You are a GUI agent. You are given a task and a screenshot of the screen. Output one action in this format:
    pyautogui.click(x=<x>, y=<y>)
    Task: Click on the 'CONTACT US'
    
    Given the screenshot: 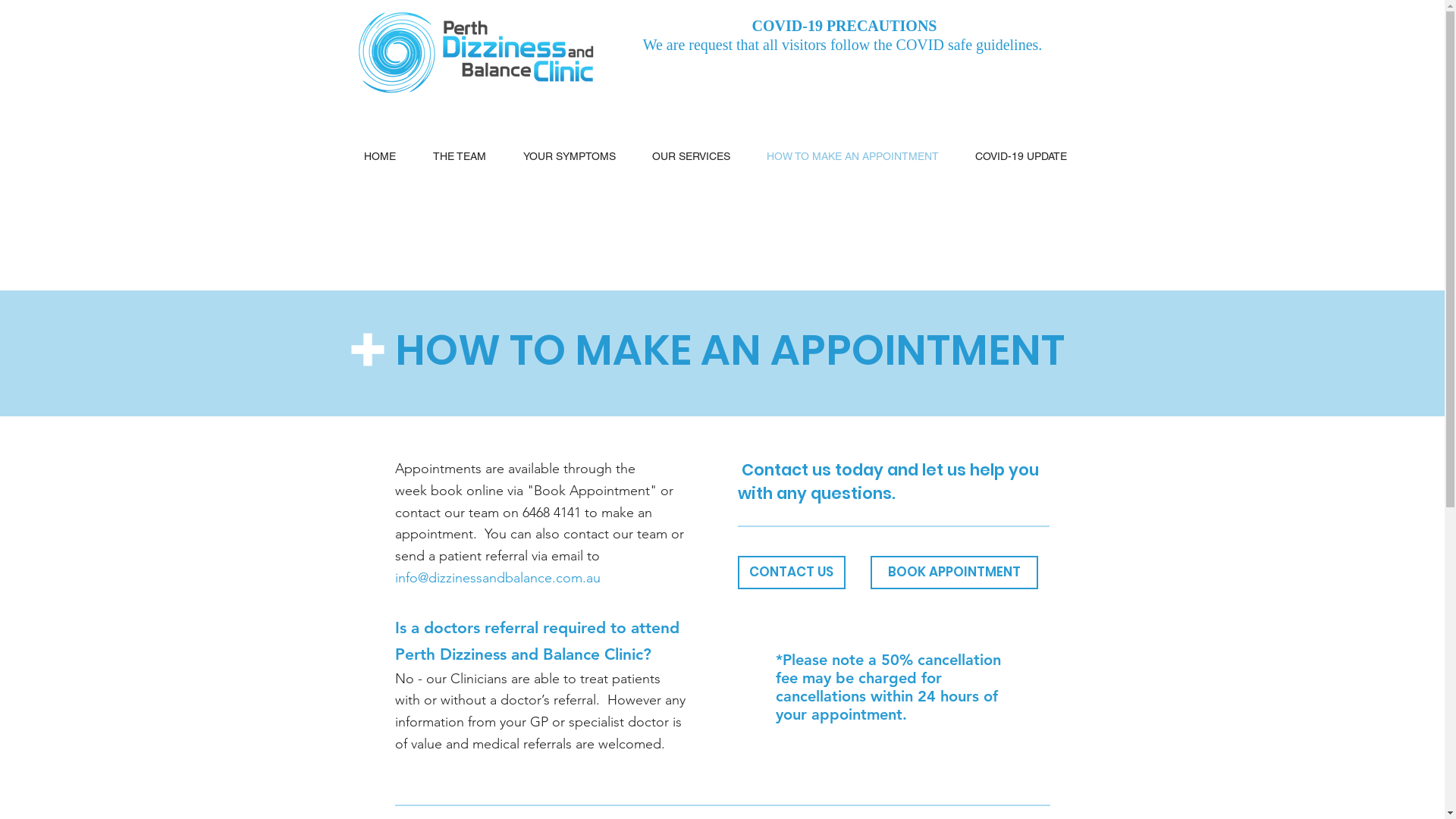 What is the action you would take?
    pyautogui.click(x=789, y=573)
    